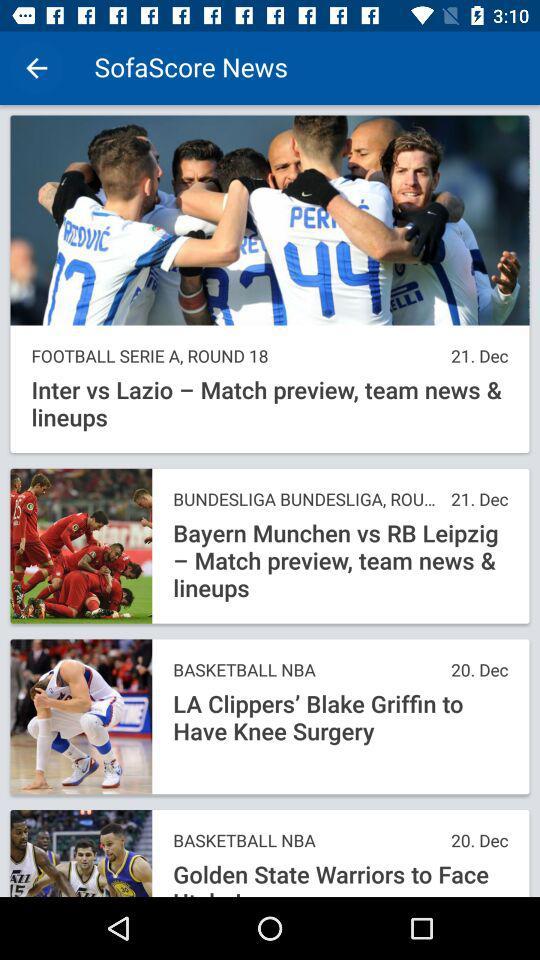 The width and height of the screenshot is (540, 960). I want to click on the item above the inter vs lazio icon, so click(235, 356).